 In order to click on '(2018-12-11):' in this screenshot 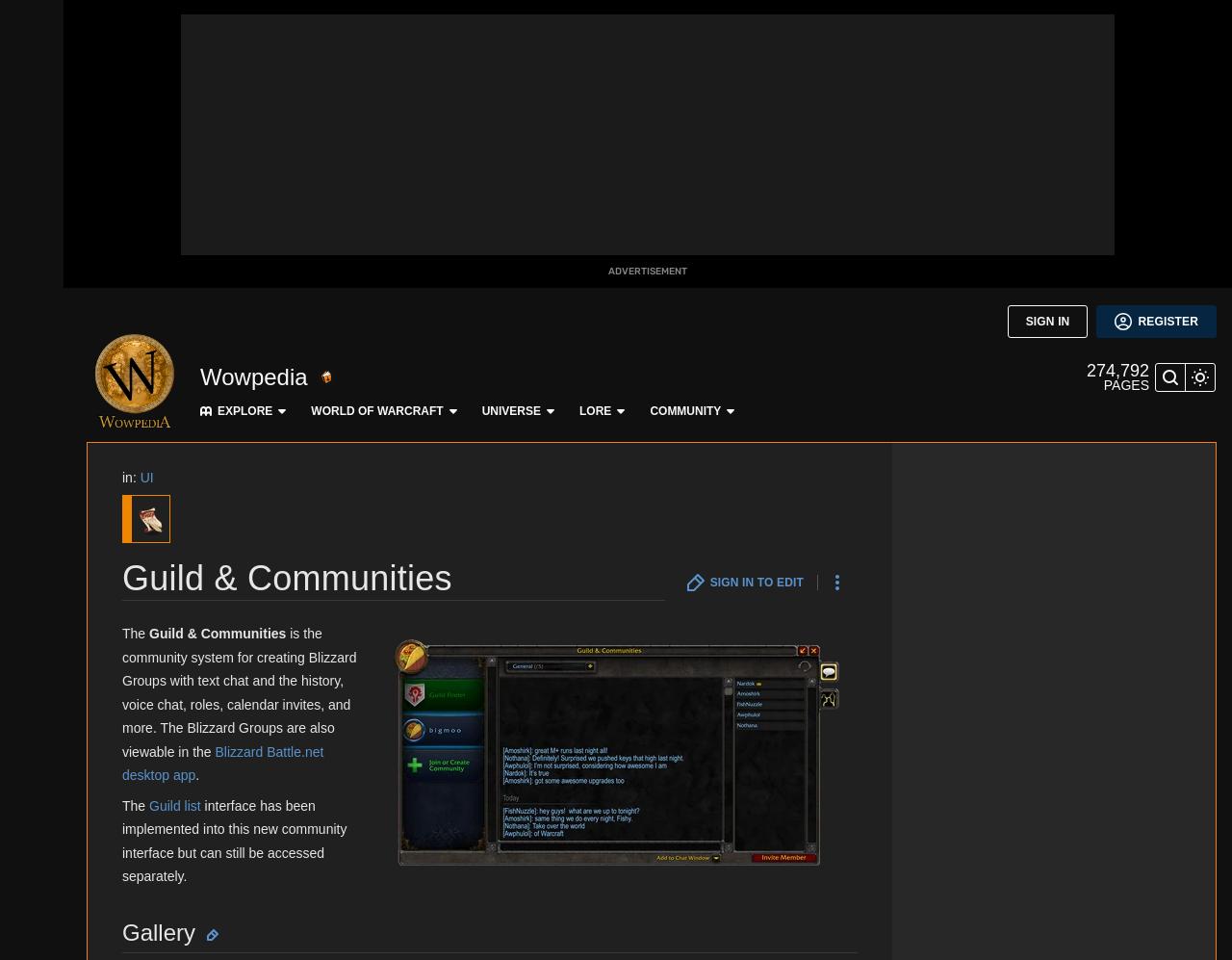, I will do `click(264, 44)`.